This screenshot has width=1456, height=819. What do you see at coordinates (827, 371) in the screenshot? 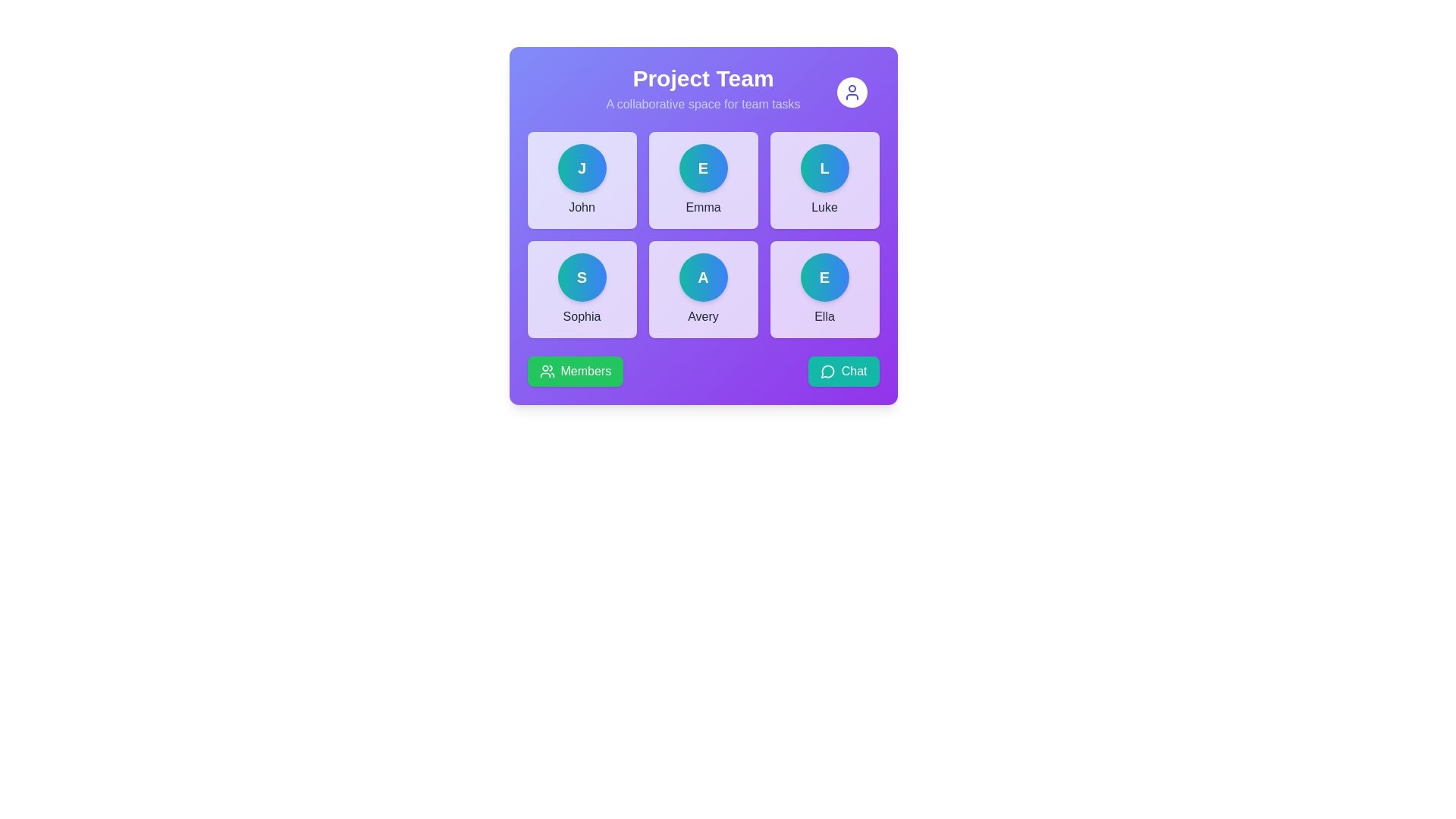
I see `the chat icon located on the bottom-right corner inside the green 'Chat' button under the 'Project Team' section to initiate a chat` at bounding box center [827, 371].